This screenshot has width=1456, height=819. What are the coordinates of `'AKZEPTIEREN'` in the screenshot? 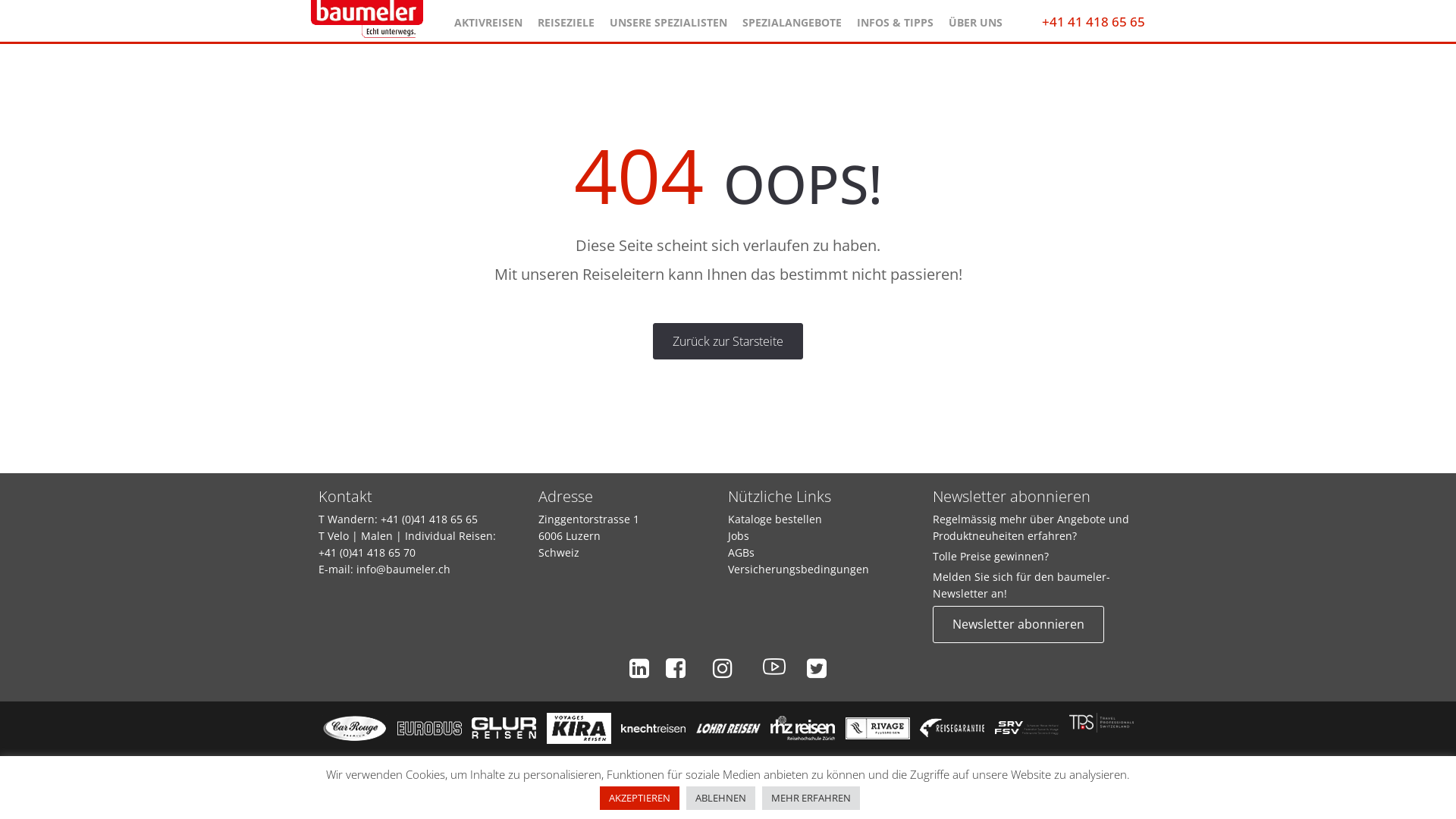 It's located at (639, 797).